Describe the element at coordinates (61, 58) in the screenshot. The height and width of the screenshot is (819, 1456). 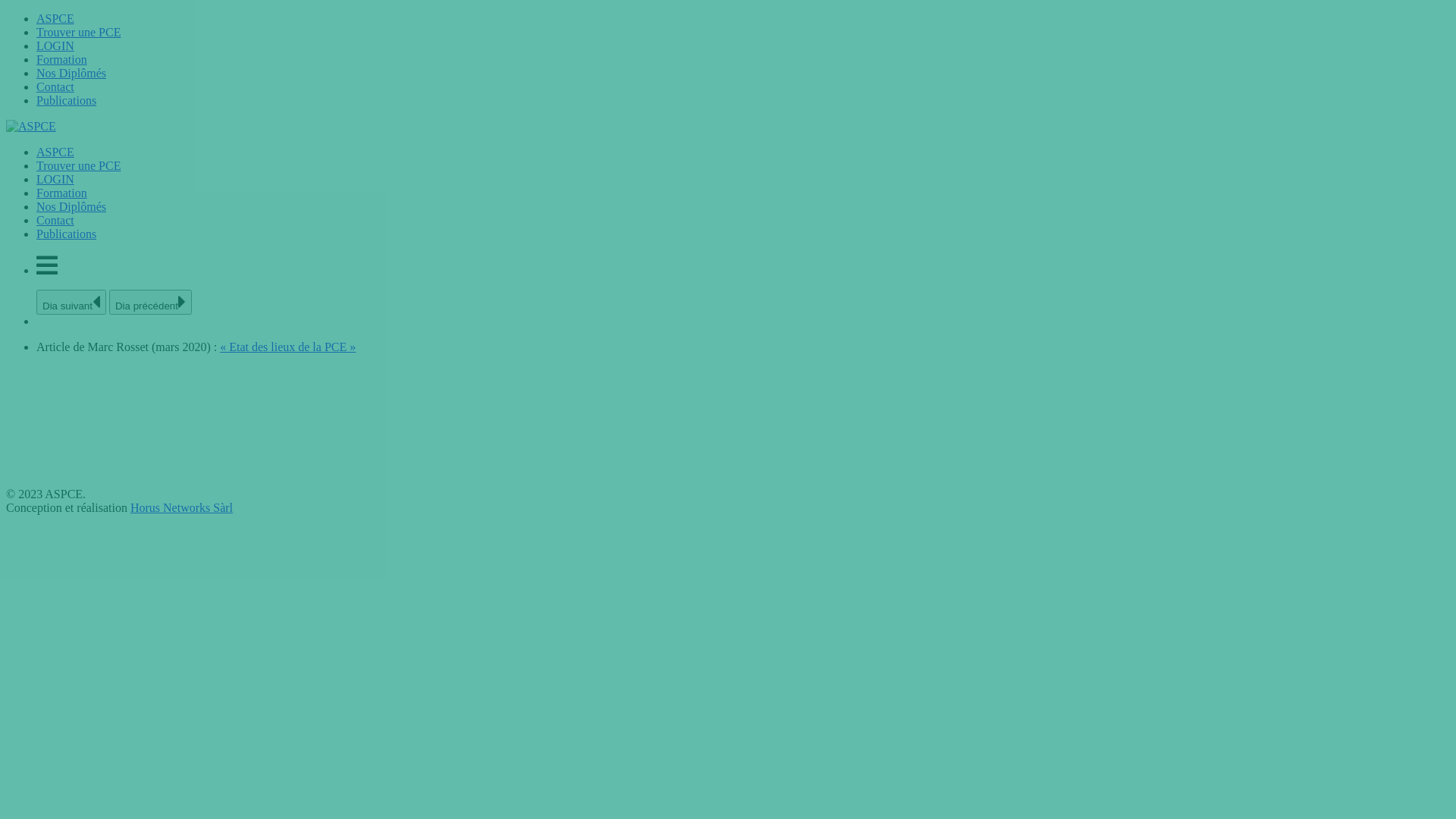
I see `'Formation'` at that location.